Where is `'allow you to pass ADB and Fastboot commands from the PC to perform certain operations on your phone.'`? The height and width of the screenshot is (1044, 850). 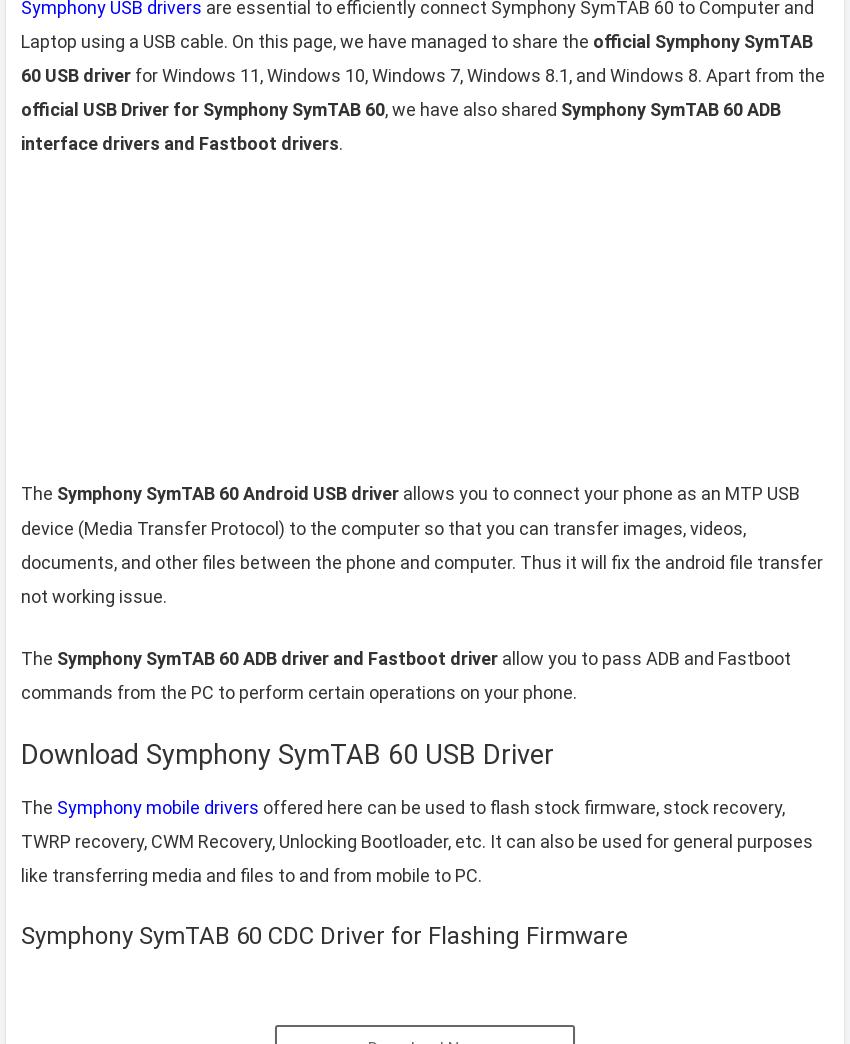
'allow you to pass ADB and Fastboot commands from the PC to perform certain operations on your phone.' is located at coordinates (405, 674).